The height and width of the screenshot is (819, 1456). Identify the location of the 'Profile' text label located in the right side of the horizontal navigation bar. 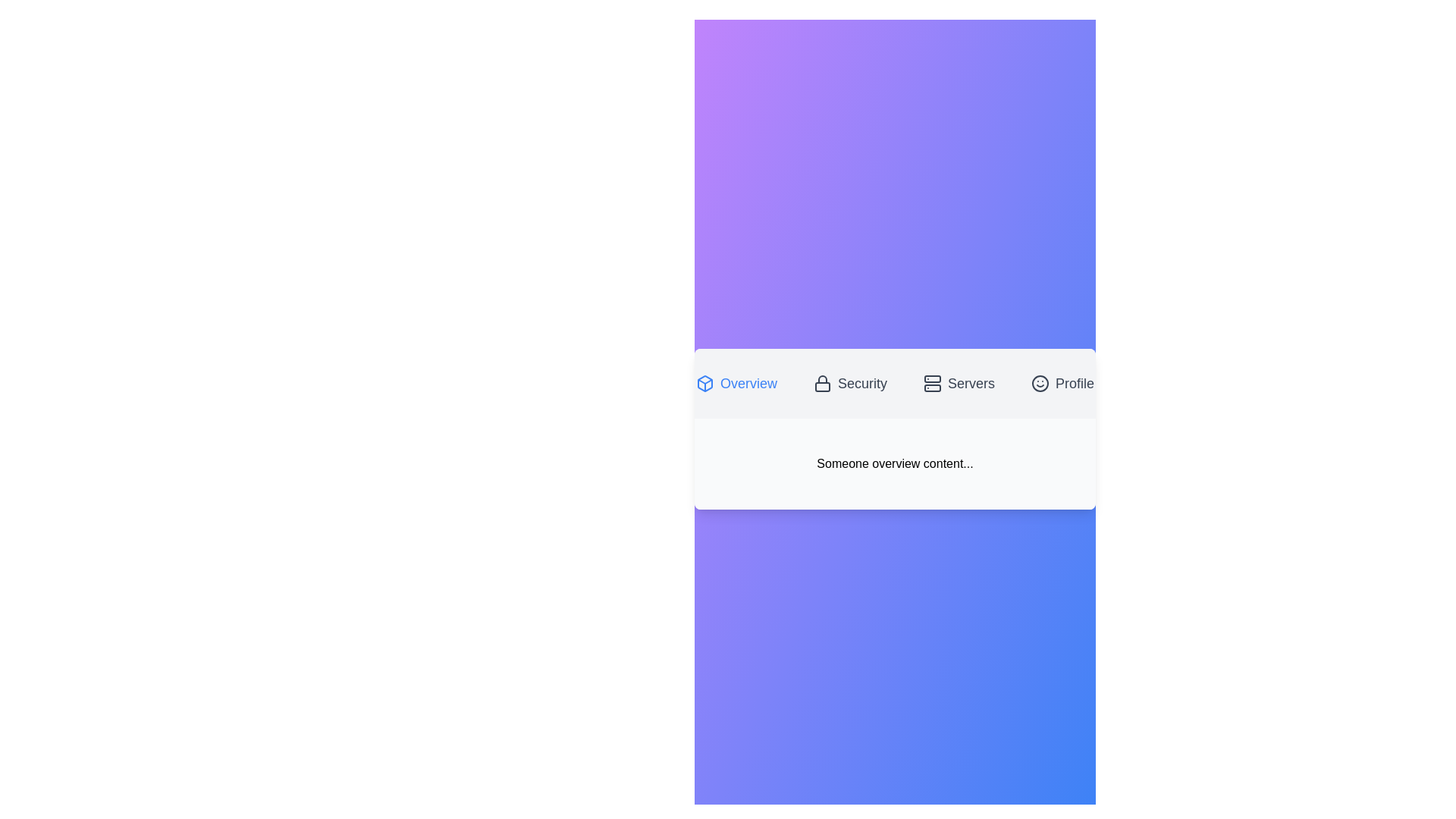
(1074, 382).